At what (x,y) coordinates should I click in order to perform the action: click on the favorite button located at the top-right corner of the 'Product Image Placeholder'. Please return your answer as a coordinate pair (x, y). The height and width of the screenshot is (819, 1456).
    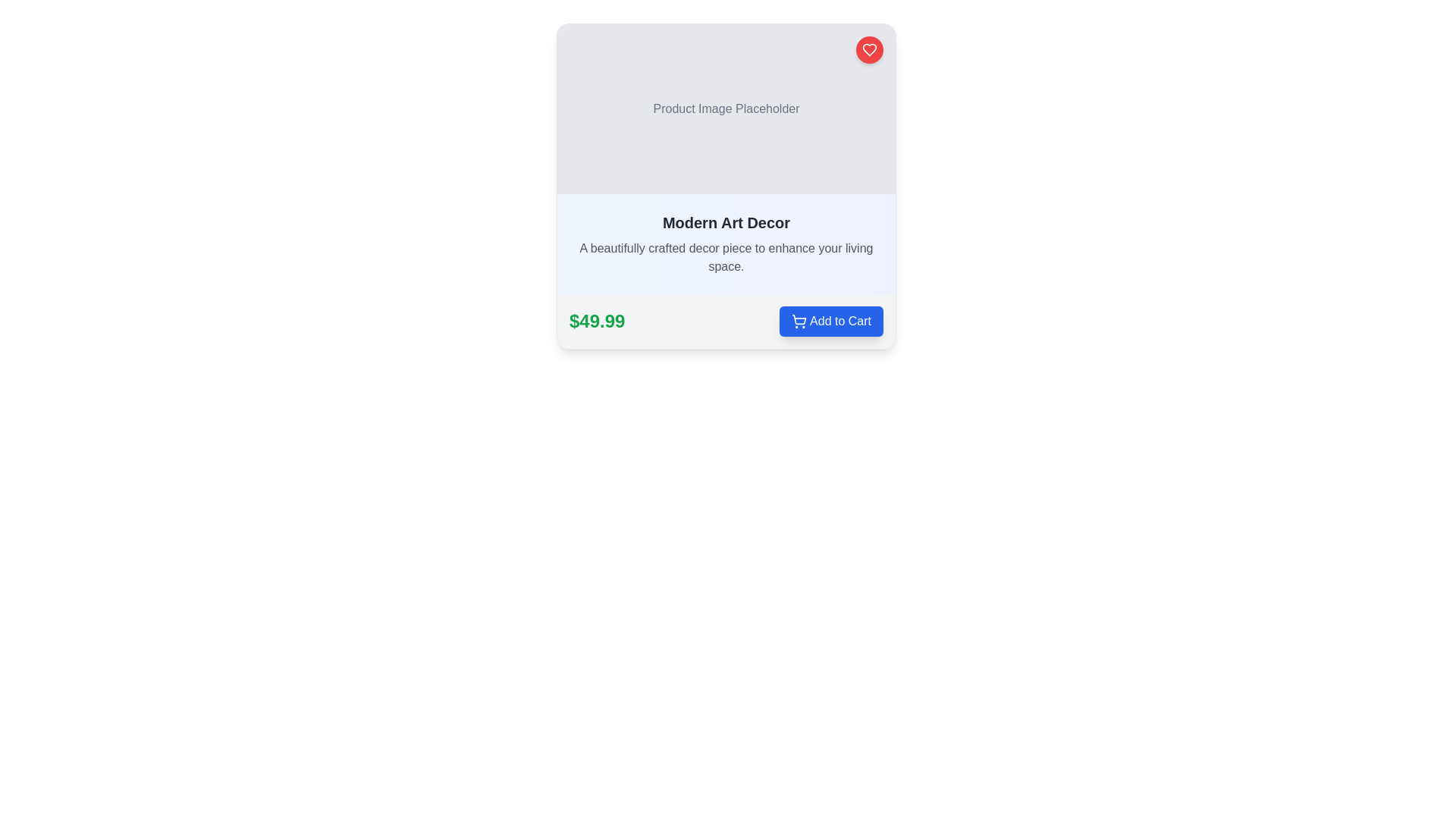
    Looking at the image, I should click on (870, 49).